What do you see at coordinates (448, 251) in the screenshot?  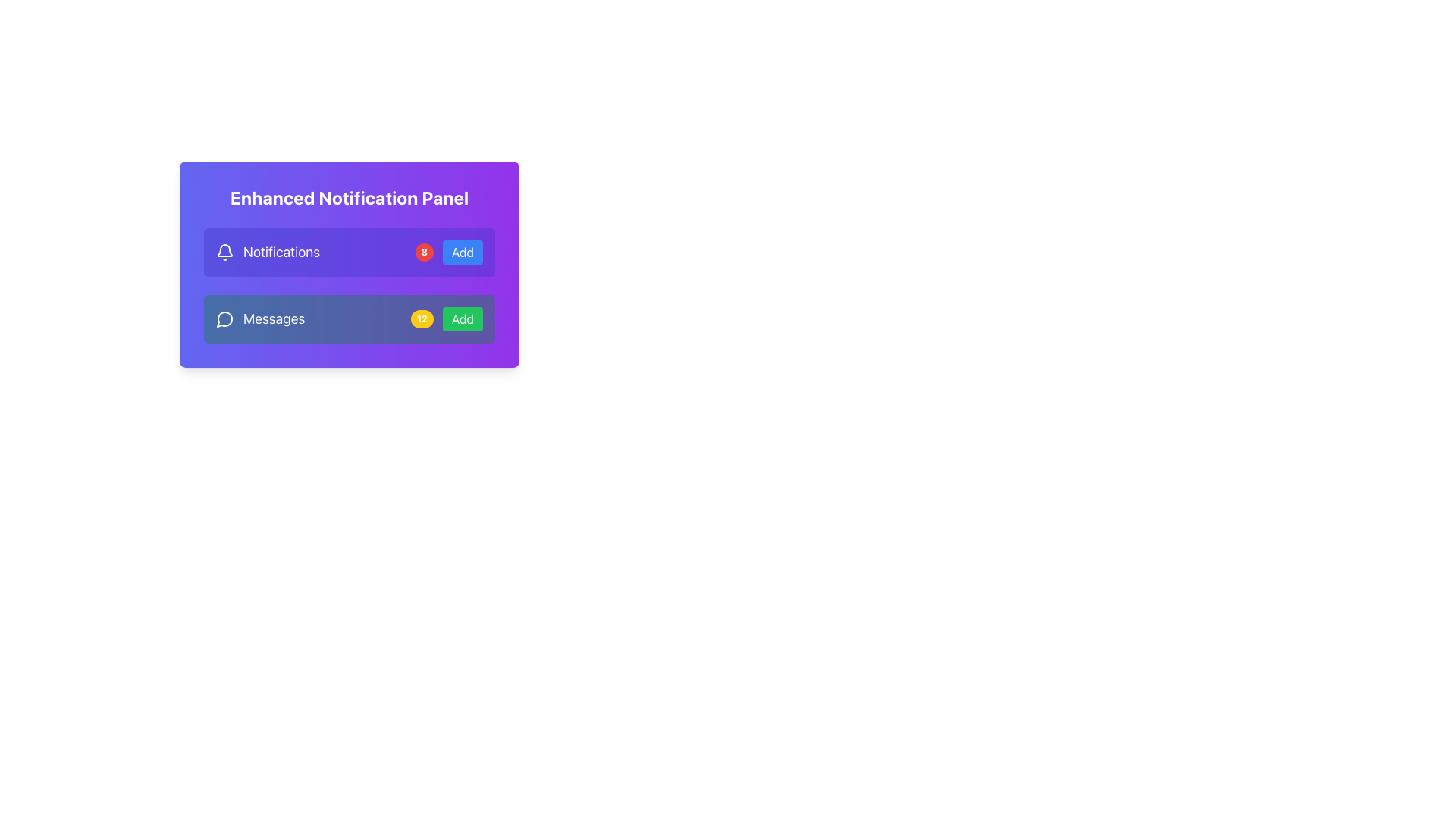 I see `the Interactive Button Group, which consists of a red badge with the number '8' and a blue 'Add' button, located on the right side of the Notifications row` at bounding box center [448, 251].